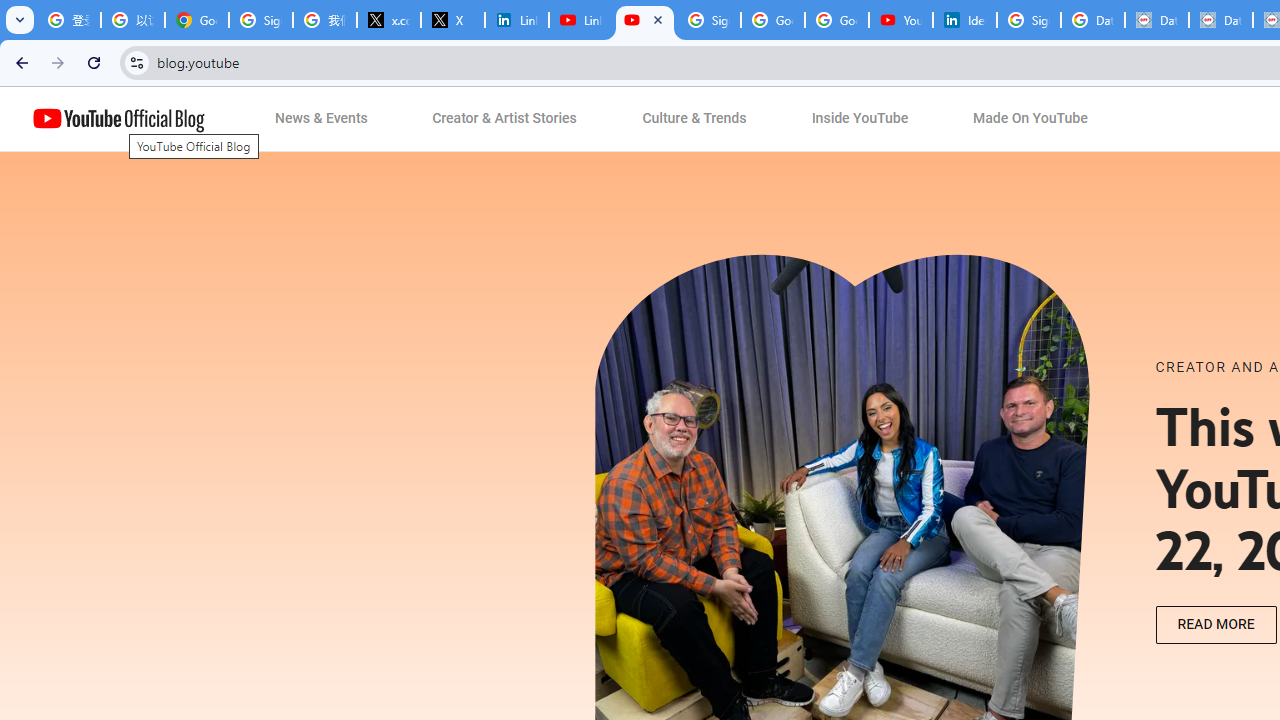 The image size is (1280, 720). Describe the element at coordinates (505, 119) in the screenshot. I see `'Creator & Artist Stories'` at that location.